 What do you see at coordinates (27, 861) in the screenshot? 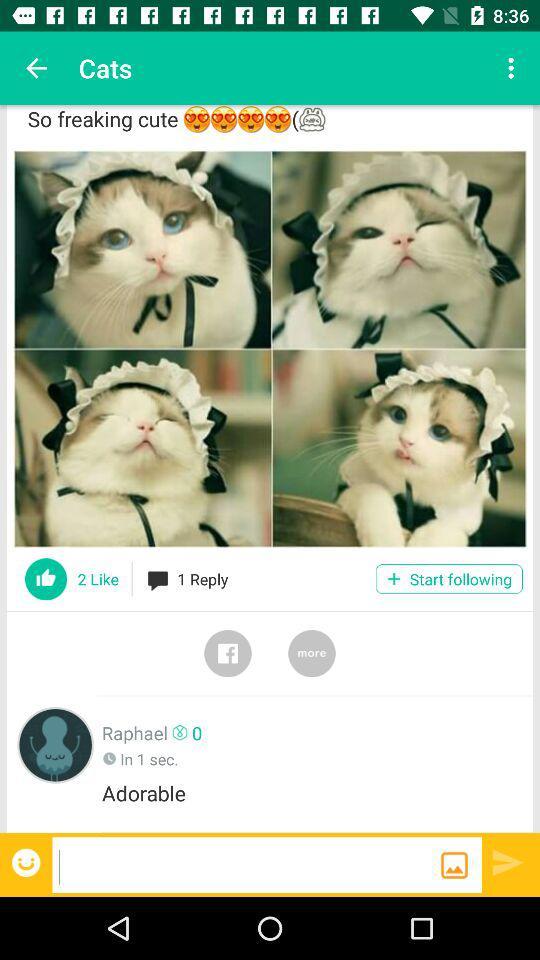
I see `the emoji icon` at bounding box center [27, 861].